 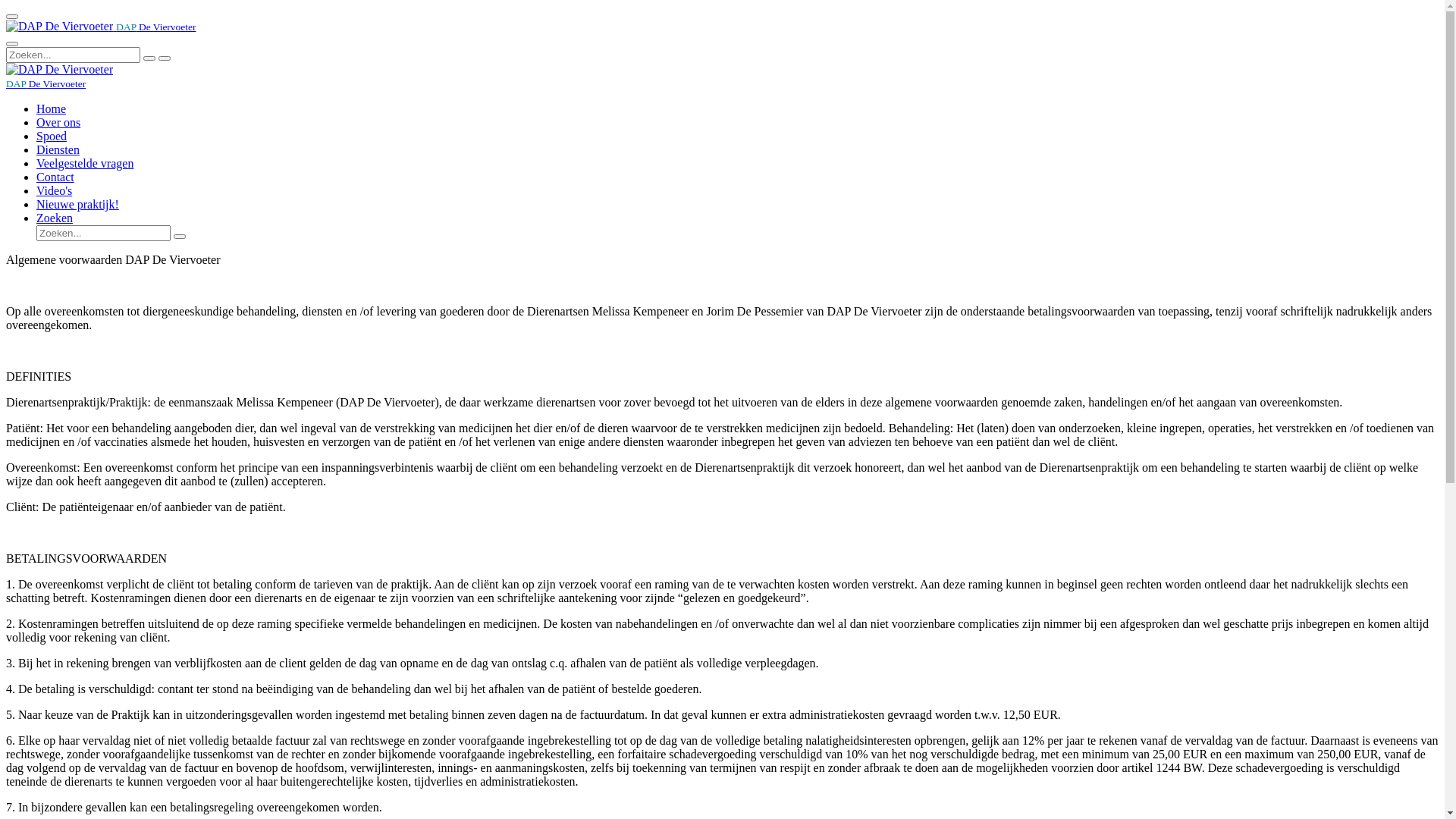 What do you see at coordinates (55, 176) in the screenshot?
I see `'Contact'` at bounding box center [55, 176].